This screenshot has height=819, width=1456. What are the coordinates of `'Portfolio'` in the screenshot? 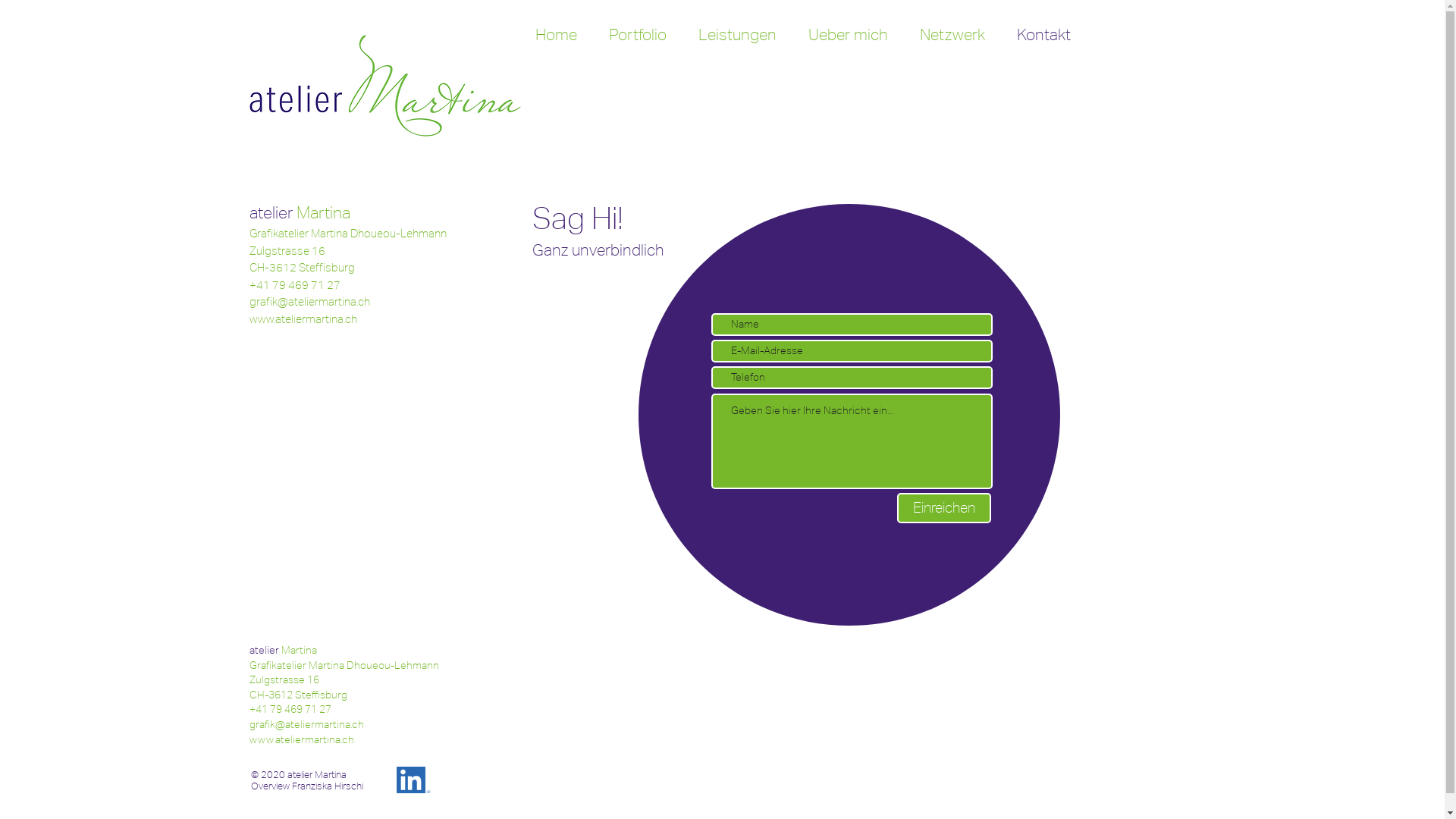 It's located at (592, 34).